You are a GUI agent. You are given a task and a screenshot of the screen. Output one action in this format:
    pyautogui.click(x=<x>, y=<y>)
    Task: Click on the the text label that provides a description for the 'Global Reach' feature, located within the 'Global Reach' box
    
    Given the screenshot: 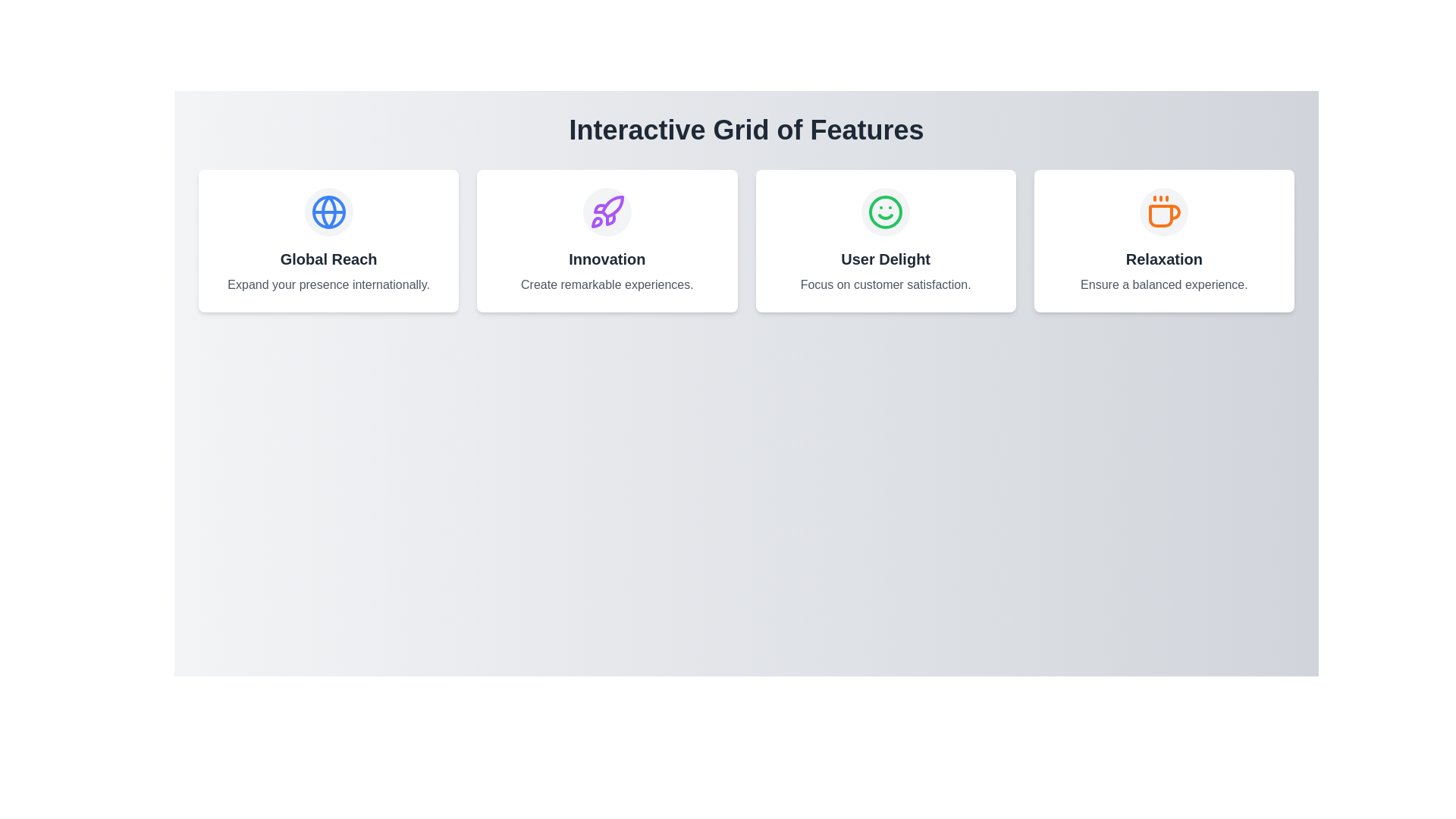 What is the action you would take?
    pyautogui.click(x=328, y=284)
    